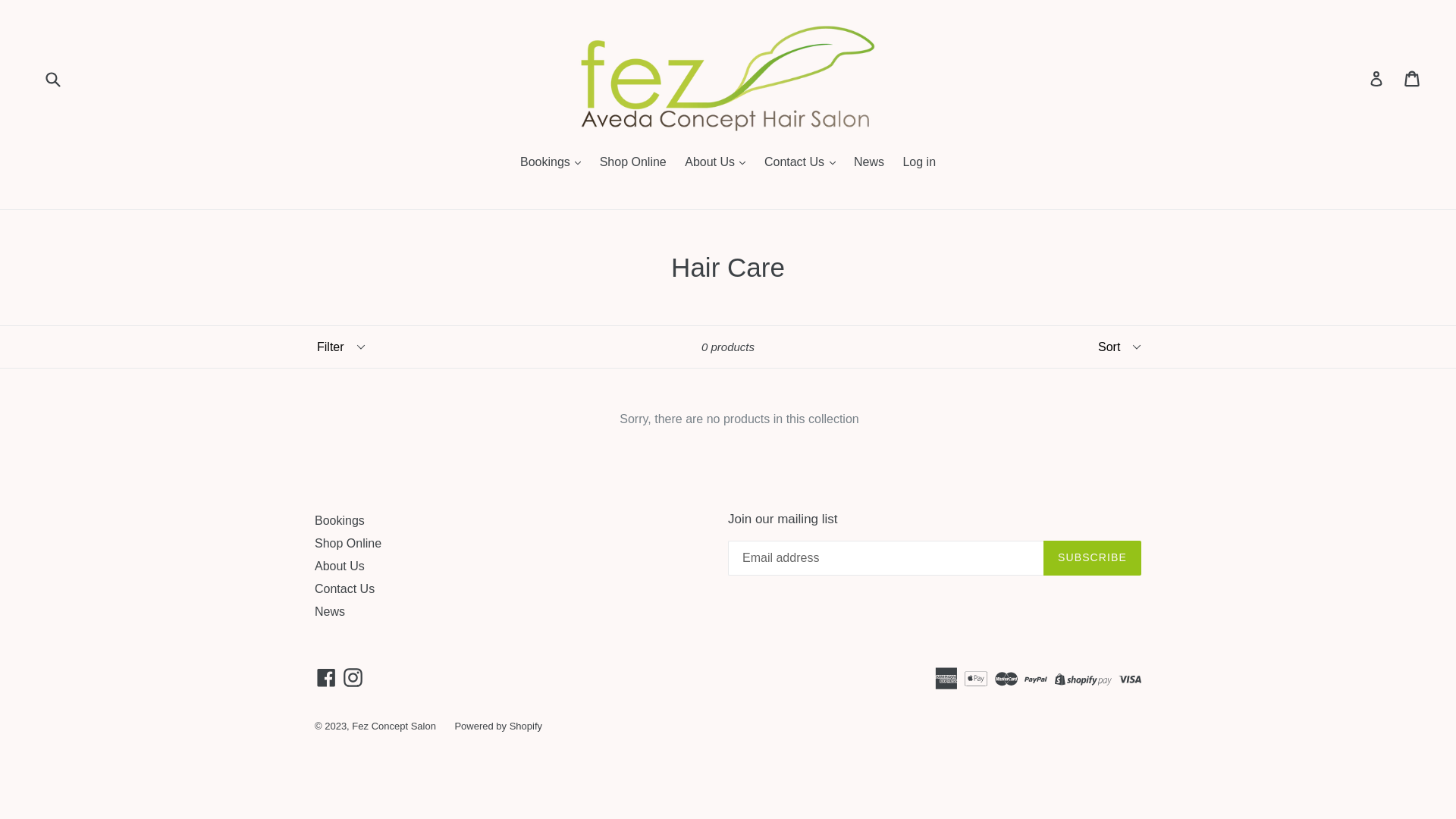 Image resolution: width=1456 pixels, height=819 pixels. Describe the element at coordinates (394, 725) in the screenshot. I see `'Fez Concept Salon'` at that location.